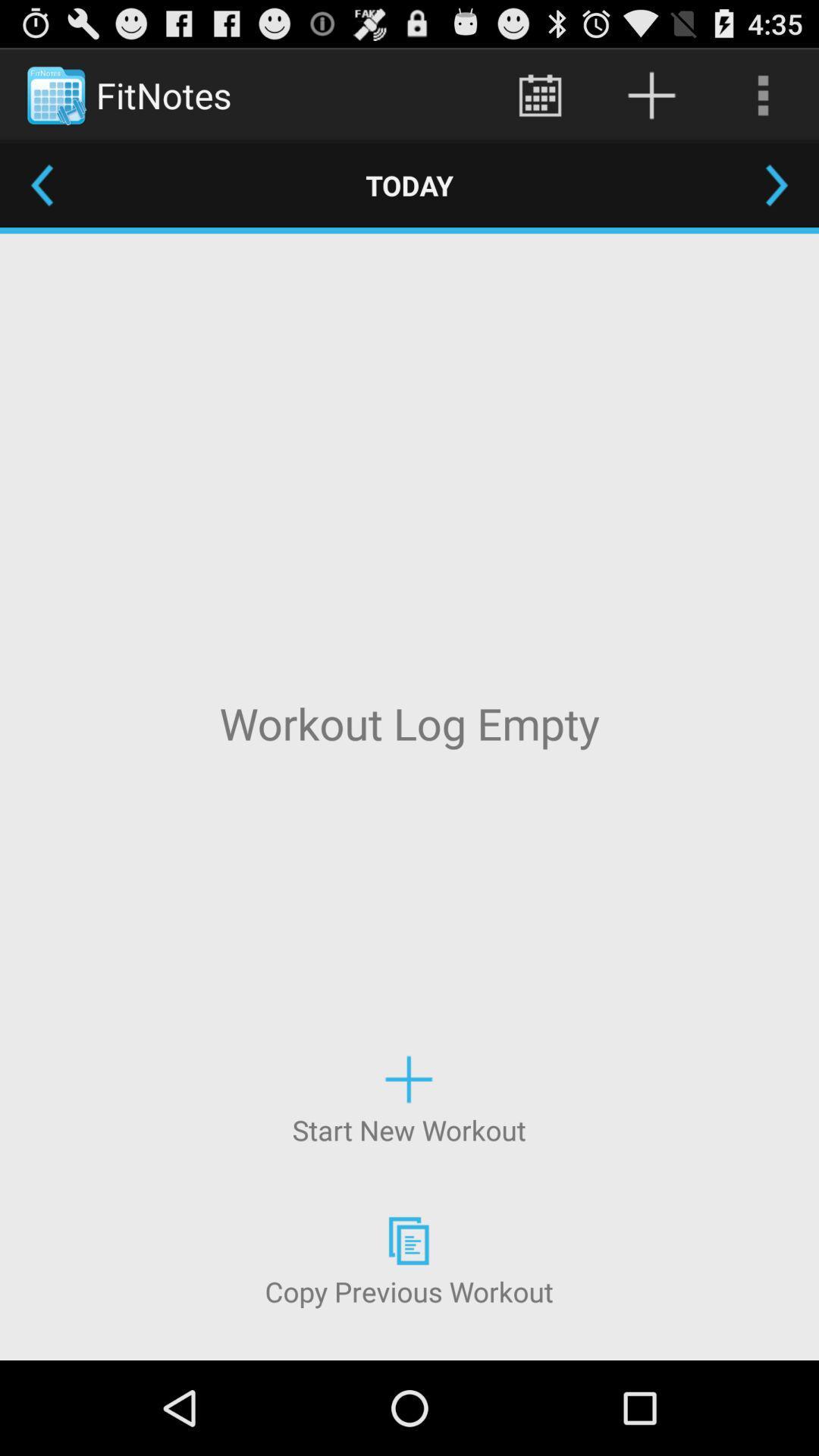  Describe the element at coordinates (41, 184) in the screenshot. I see `the item to the left of the today app` at that location.